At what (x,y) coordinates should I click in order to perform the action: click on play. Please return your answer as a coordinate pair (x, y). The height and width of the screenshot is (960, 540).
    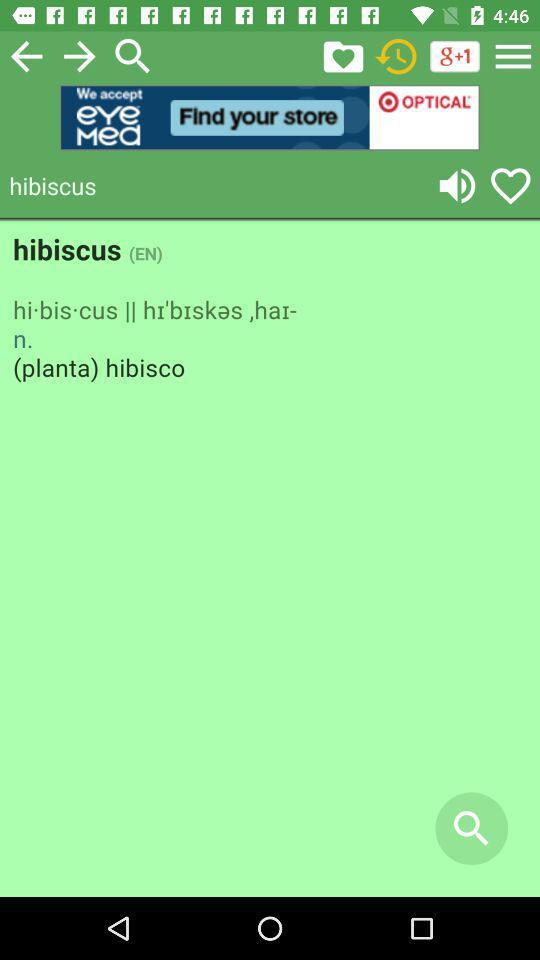
    Looking at the image, I should click on (457, 185).